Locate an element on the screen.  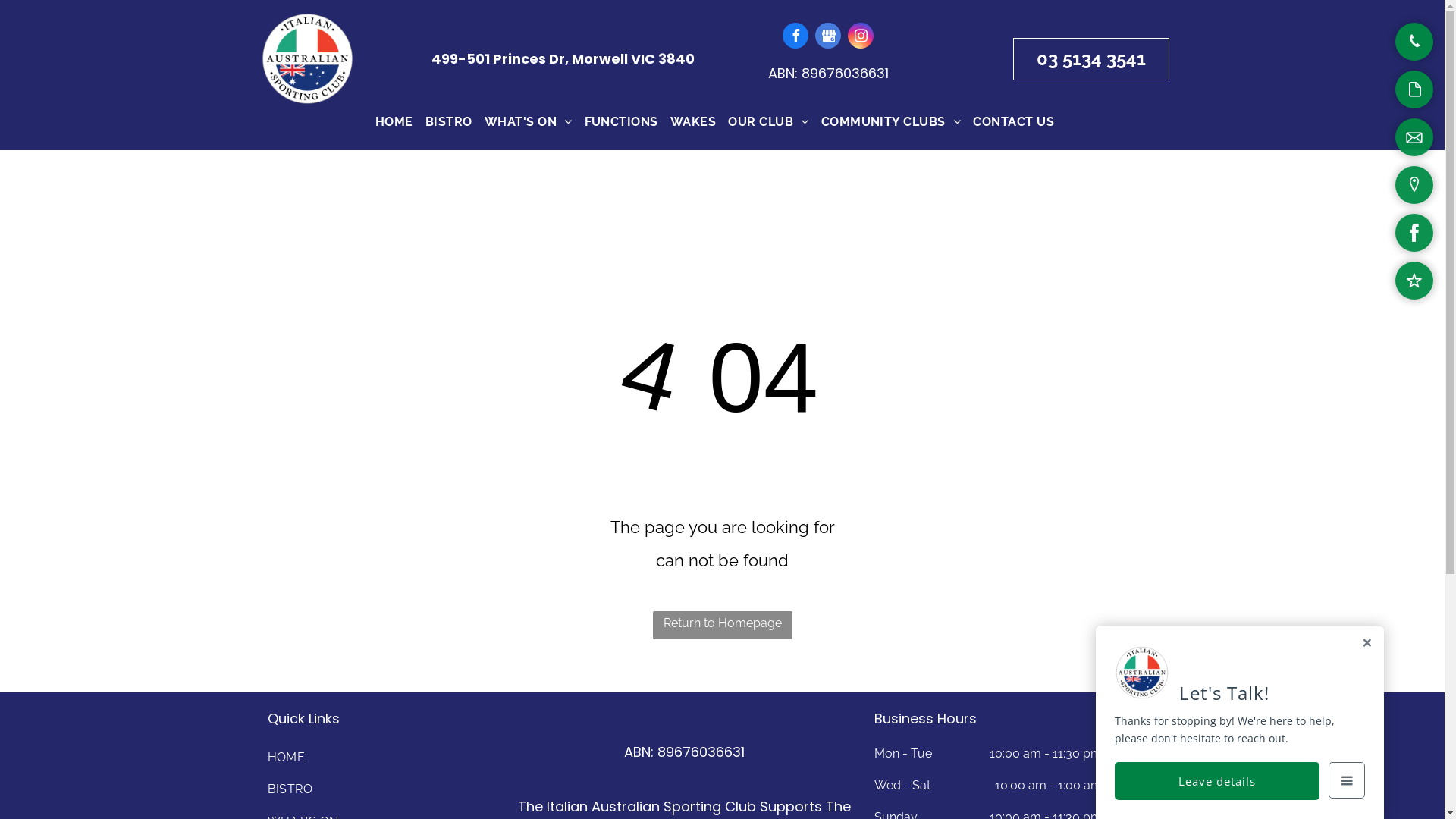
'COMMUNITY CLUBS' is located at coordinates (891, 121).